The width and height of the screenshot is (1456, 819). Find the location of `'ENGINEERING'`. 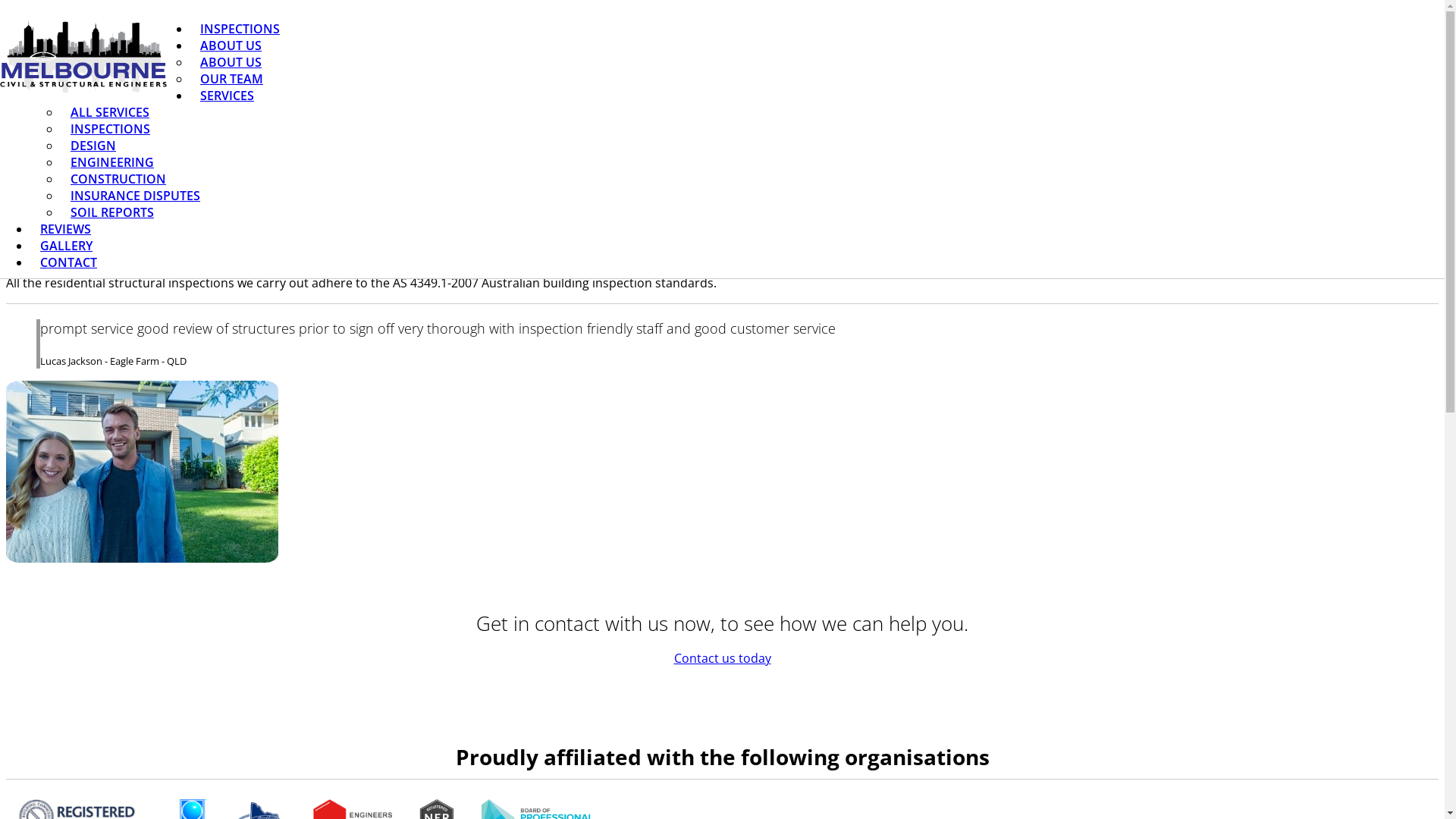

'ENGINEERING' is located at coordinates (111, 162).